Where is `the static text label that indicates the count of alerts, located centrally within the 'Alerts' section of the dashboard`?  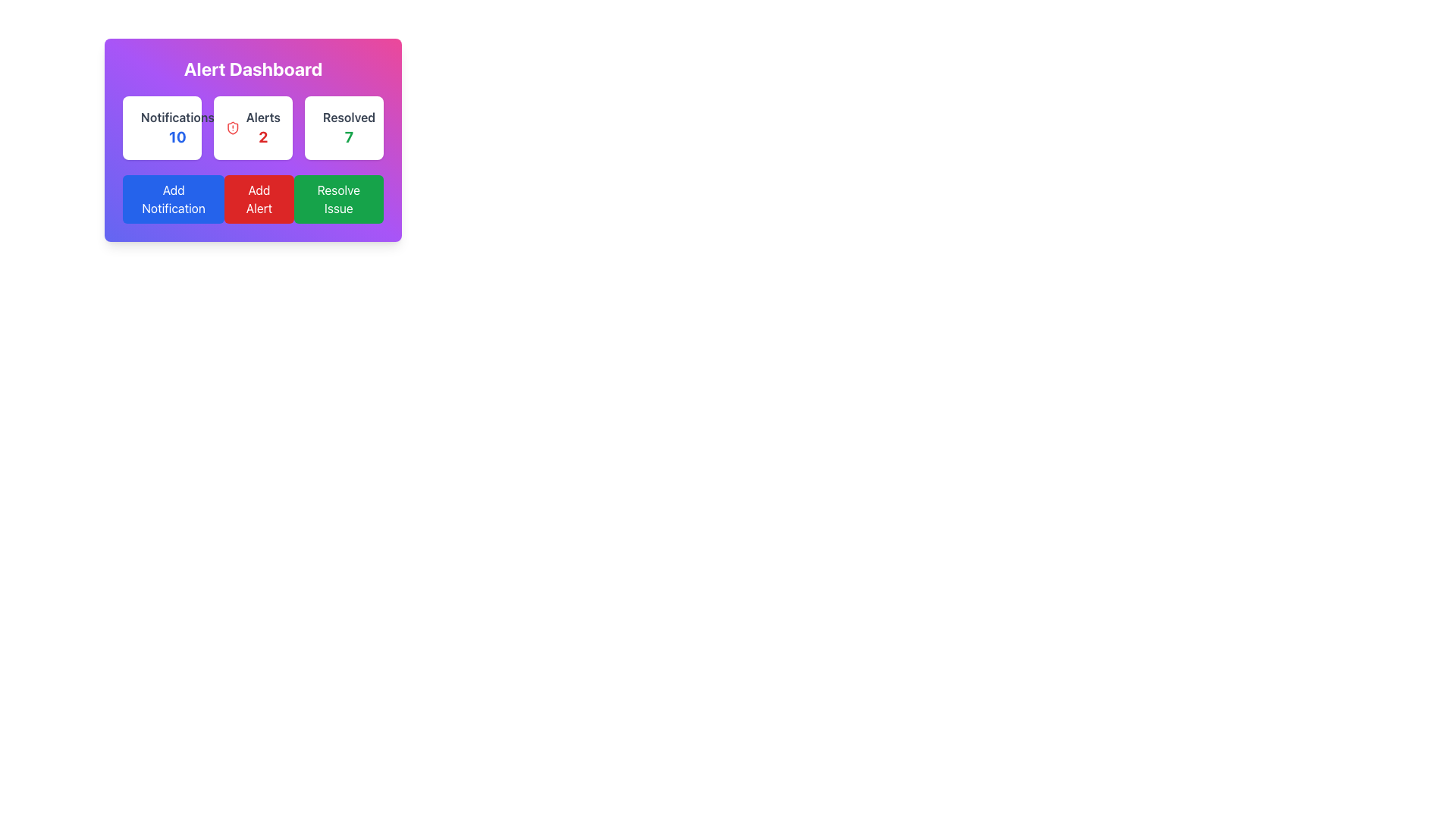 the static text label that indicates the count of alerts, located centrally within the 'Alerts' section of the dashboard is located at coordinates (263, 137).